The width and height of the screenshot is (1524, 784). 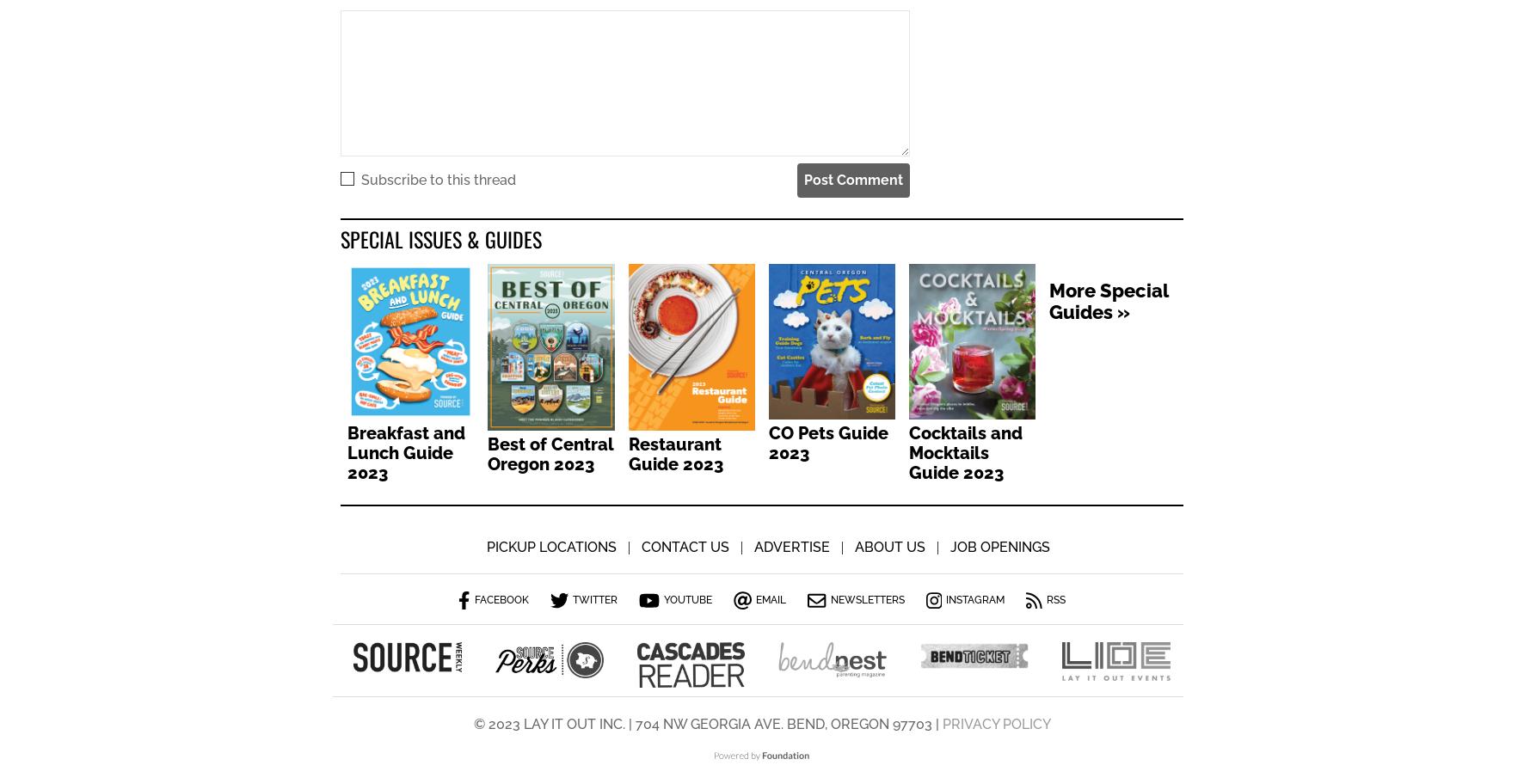 I want to click on 'Newsletters', so click(x=866, y=601).